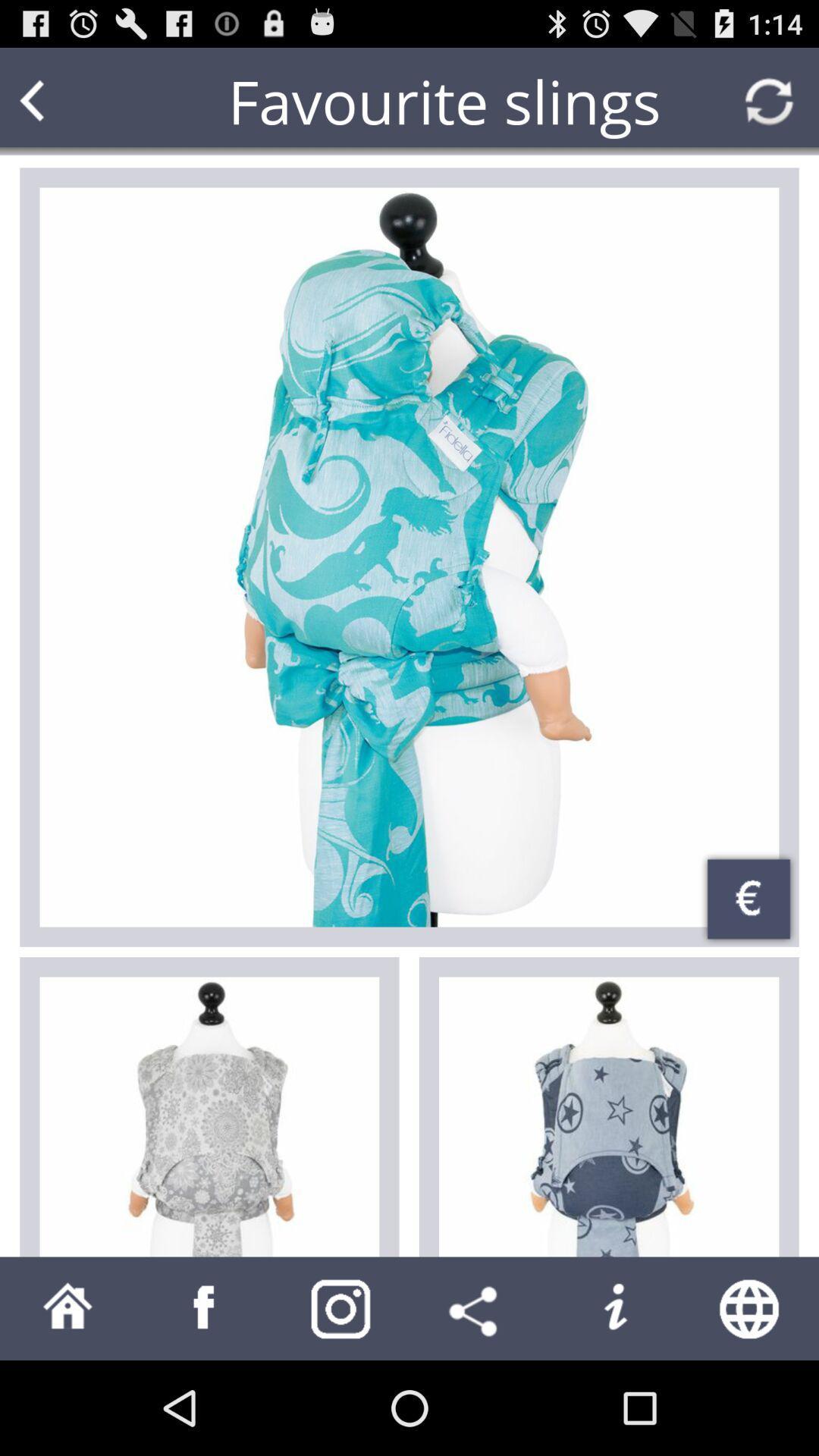 The image size is (819, 1456). I want to click on web, so click(751, 1307).